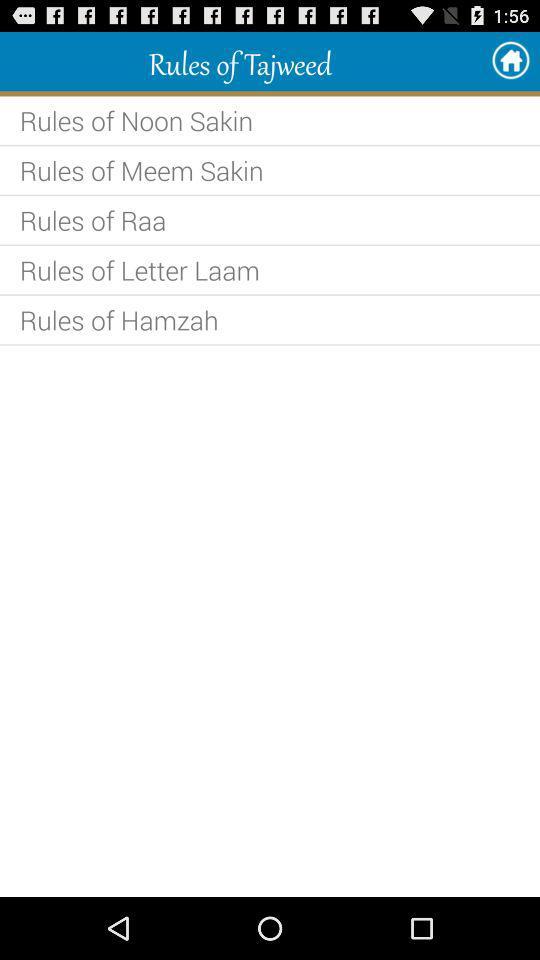  Describe the element at coordinates (510, 65) in the screenshot. I see `the home icon` at that location.